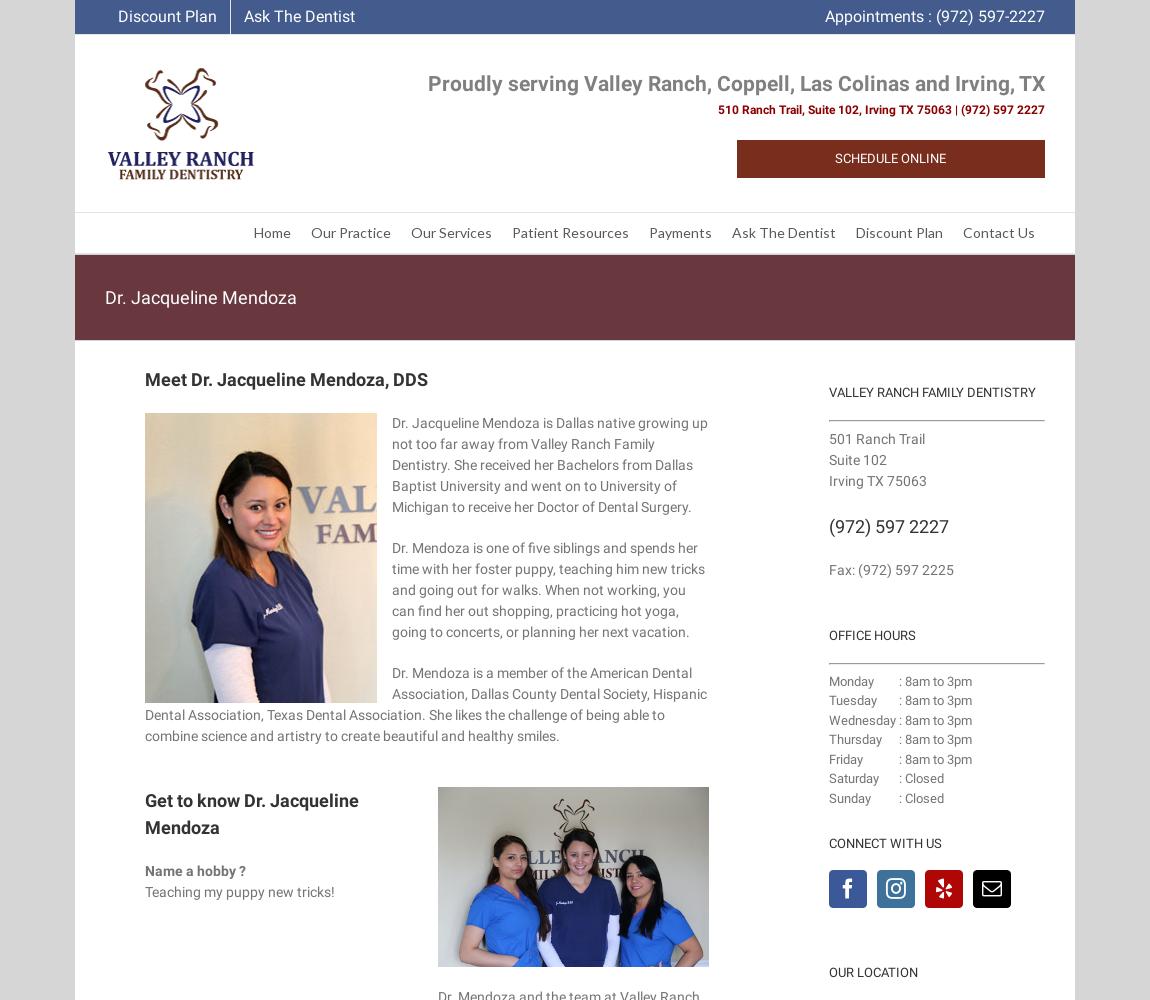  What do you see at coordinates (834, 157) in the screenshot?
I see `'Schedule Online'` at bounding box center [834, 157].